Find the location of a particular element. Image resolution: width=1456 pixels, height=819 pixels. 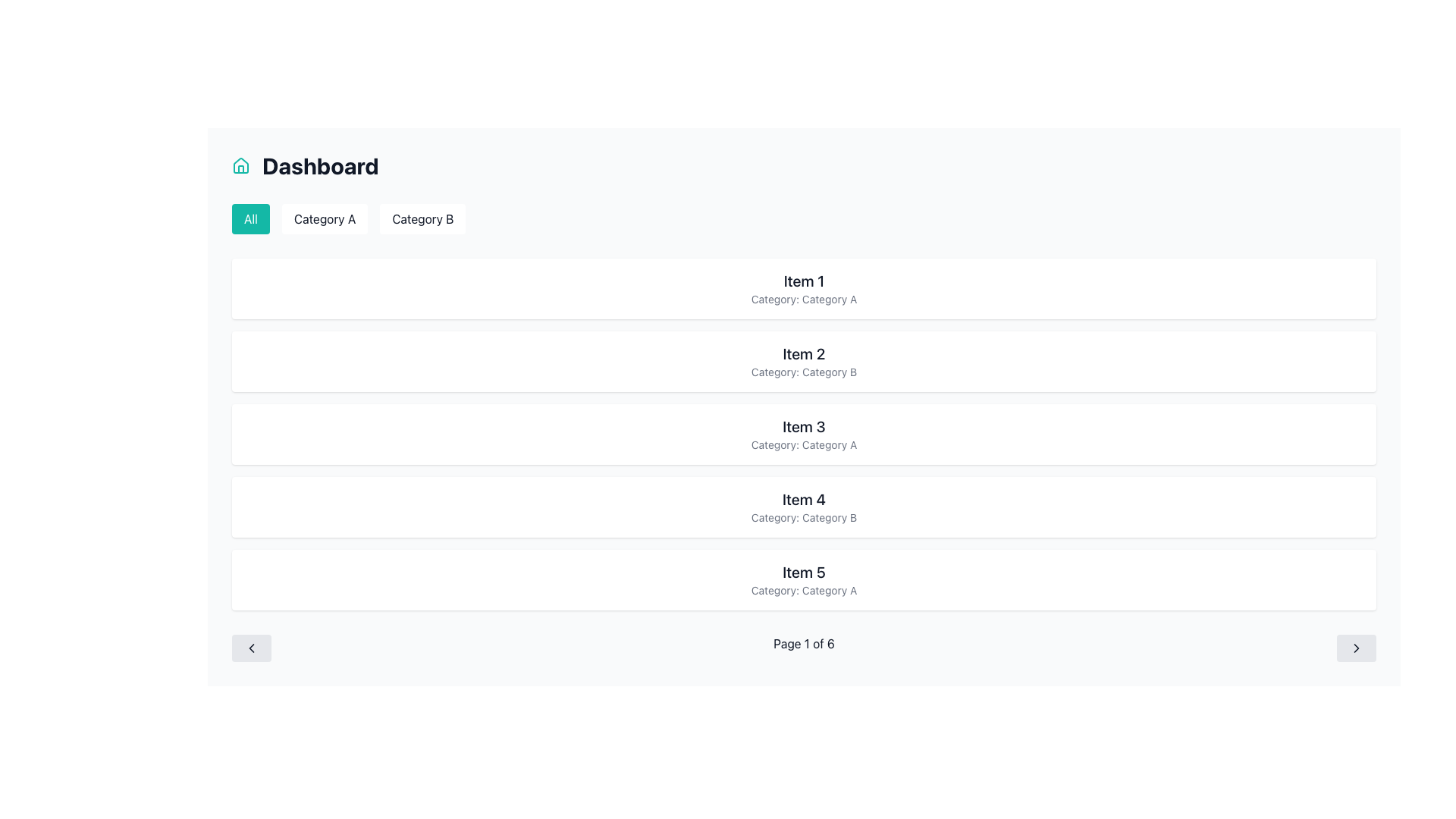

the text label reading 'Category: Category B' which is styled in gray color and located below 'Item 4' inside a white card is located at coordinates (803, 516).